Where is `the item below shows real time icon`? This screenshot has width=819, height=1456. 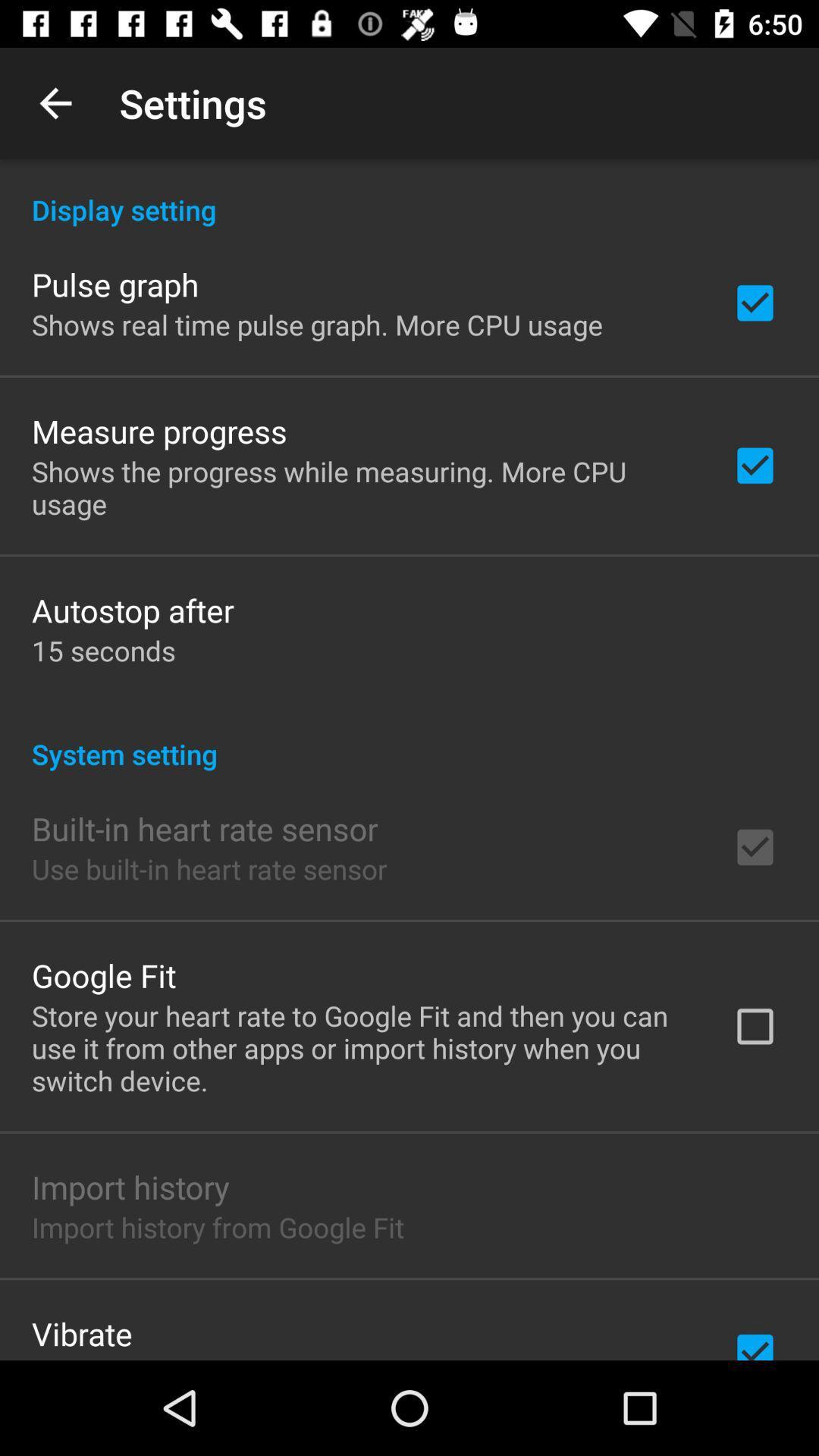
the item below shows real time icon is located at coordinates (159, 430).